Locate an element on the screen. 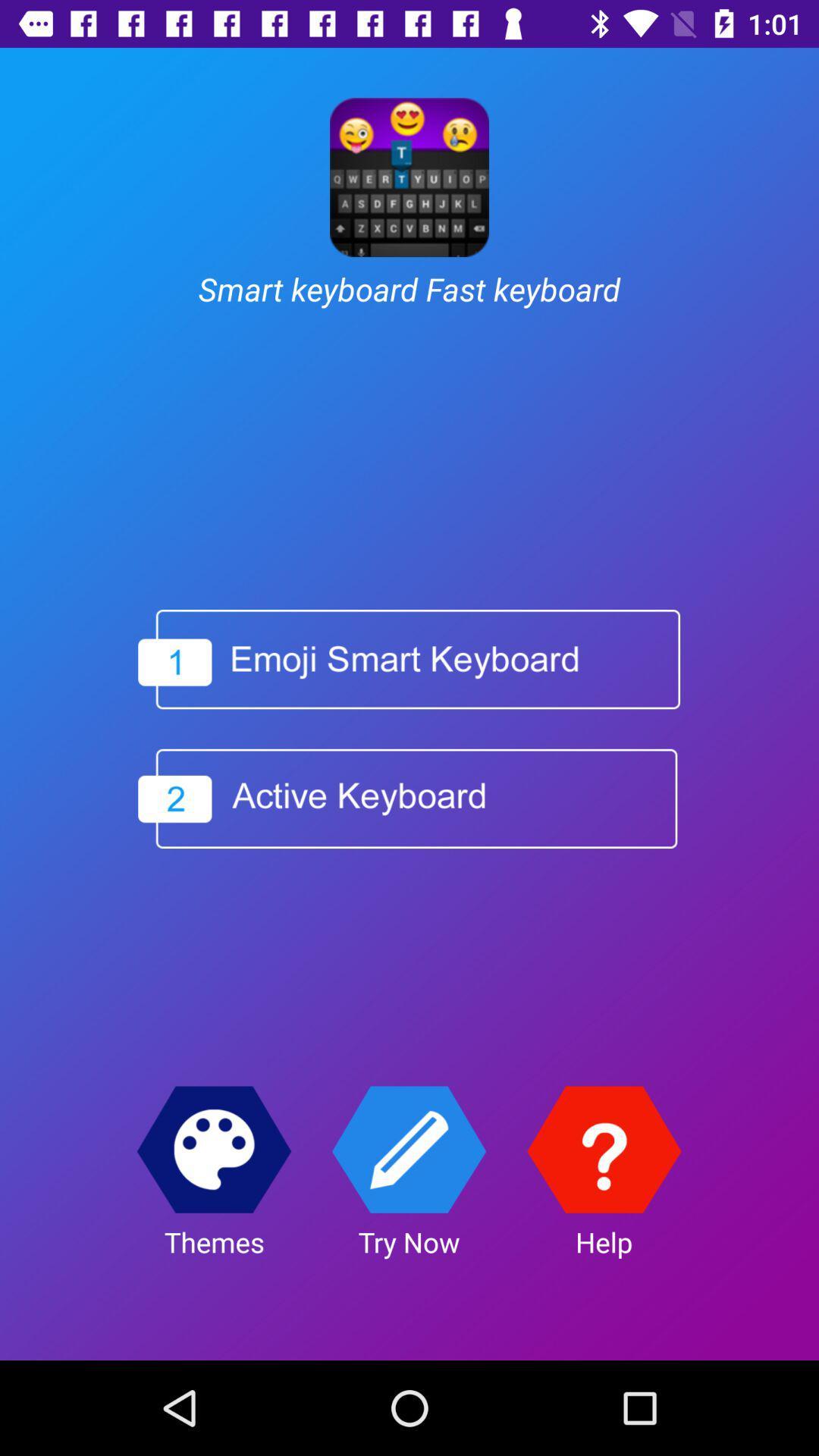 The height and width of the screenshot is (1456, 819). the emoji icon is located at coordinates (214, 1150).